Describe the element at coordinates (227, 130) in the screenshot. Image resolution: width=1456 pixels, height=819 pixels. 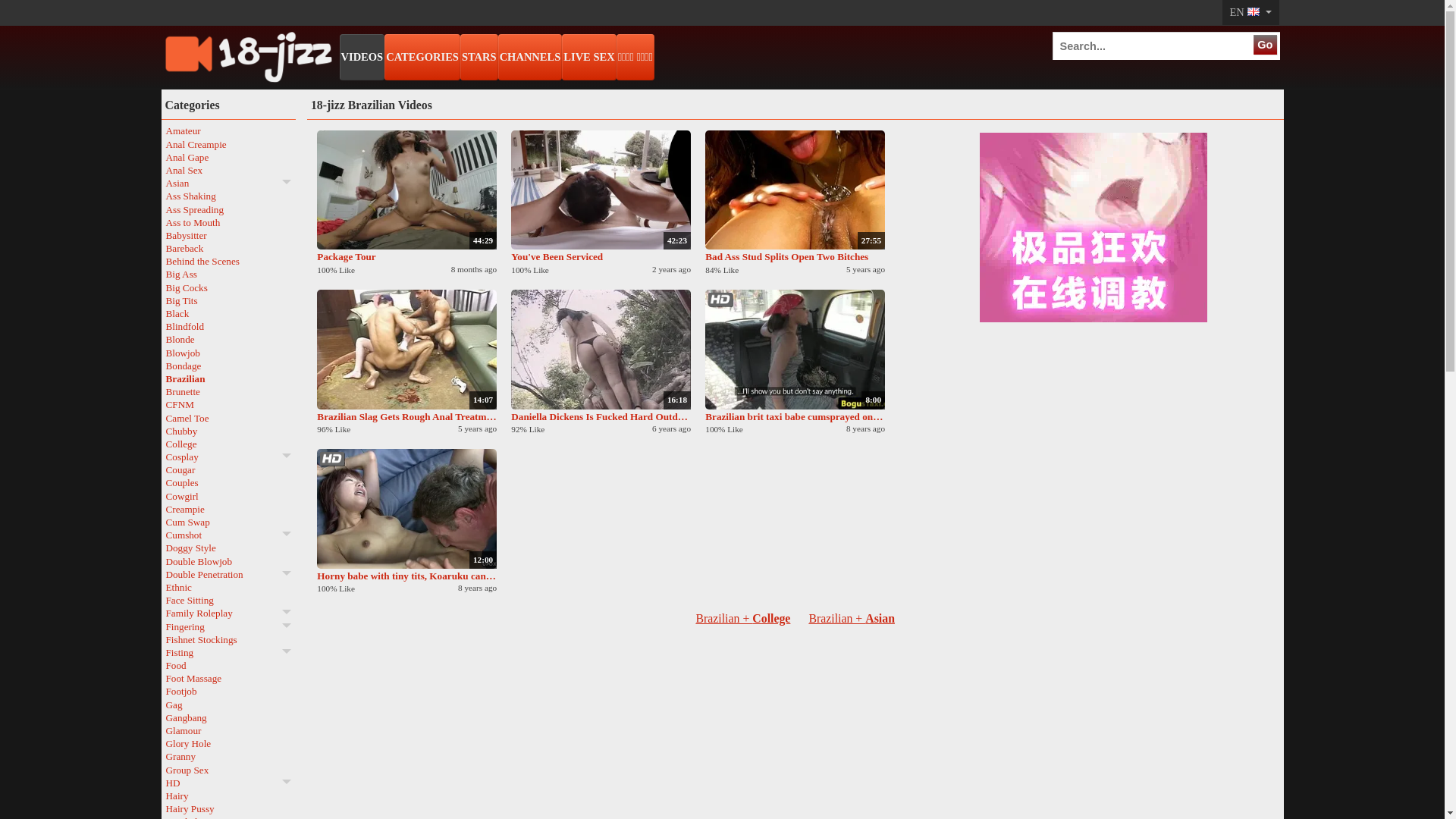
I see `'Amateur'` at that location.